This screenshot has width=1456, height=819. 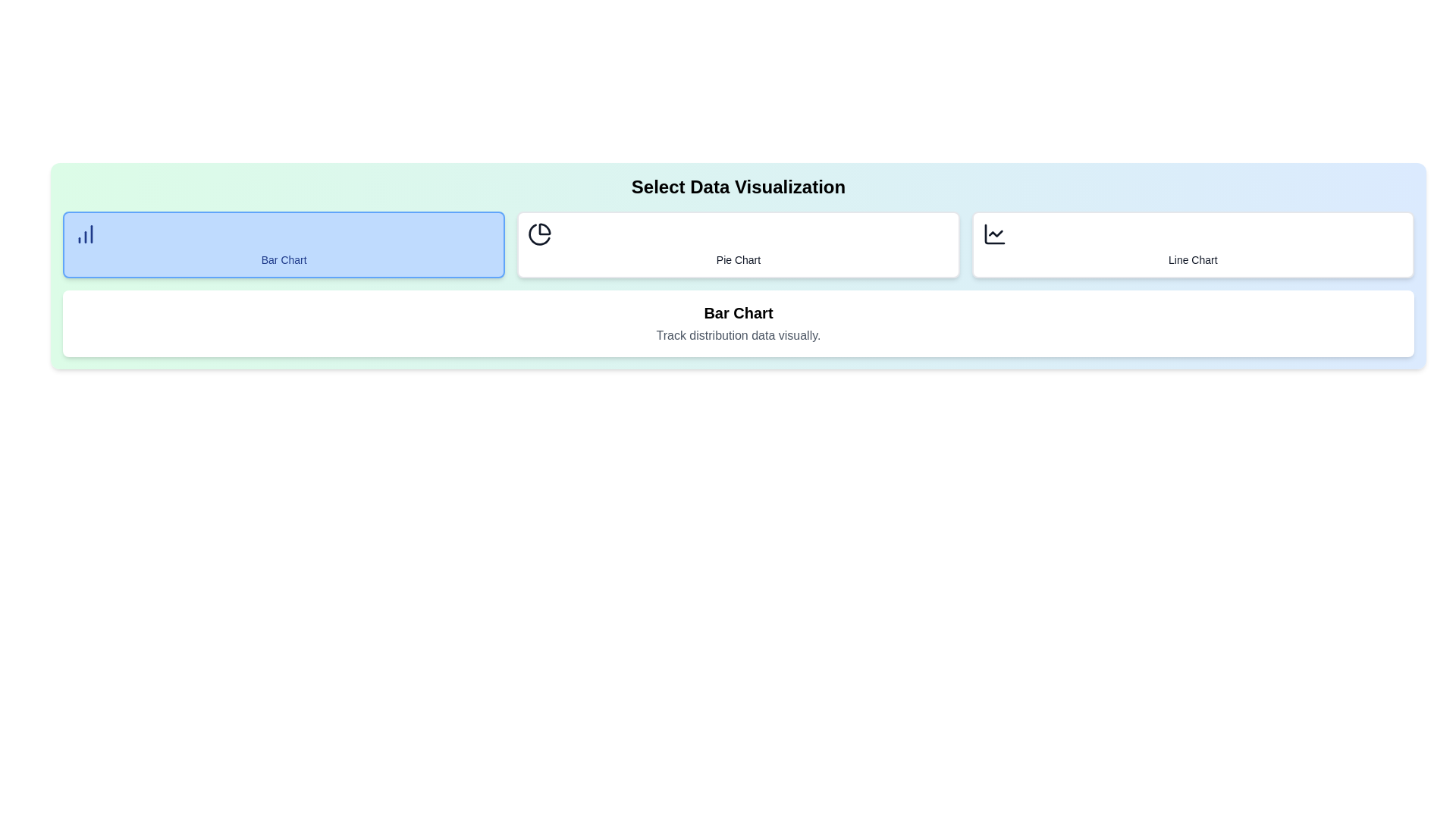 What do you see at coordinates (994, 234) in the screenshot?
I see `the Line Chart icon located in the data visualization selector interface, positioned at the top left above the text 'Line Chart'` at bounding box center [994, 234].